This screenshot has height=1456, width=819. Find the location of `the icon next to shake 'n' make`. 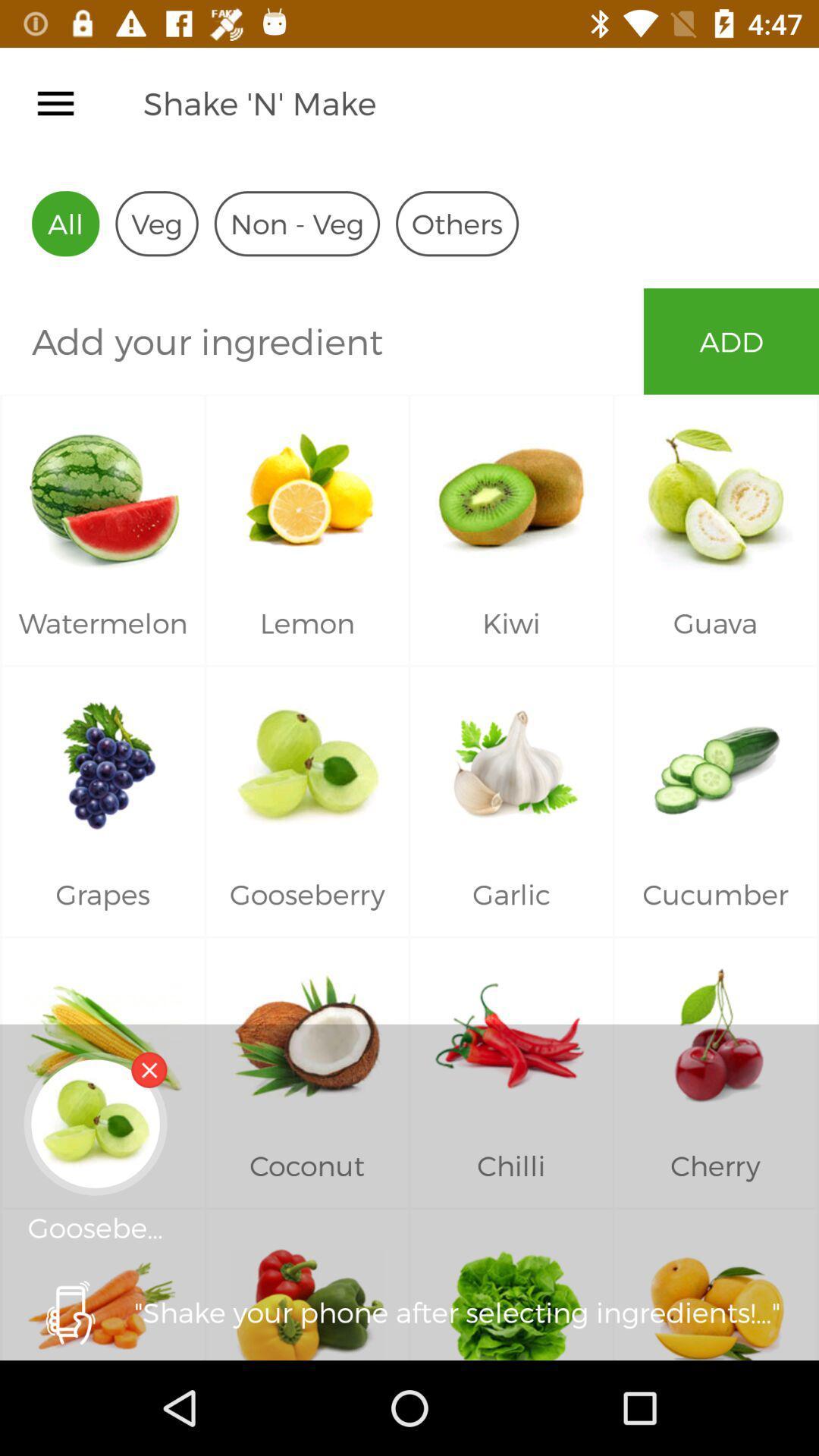

the icon next to shake 'n' make is located at coordinates (55, 102).